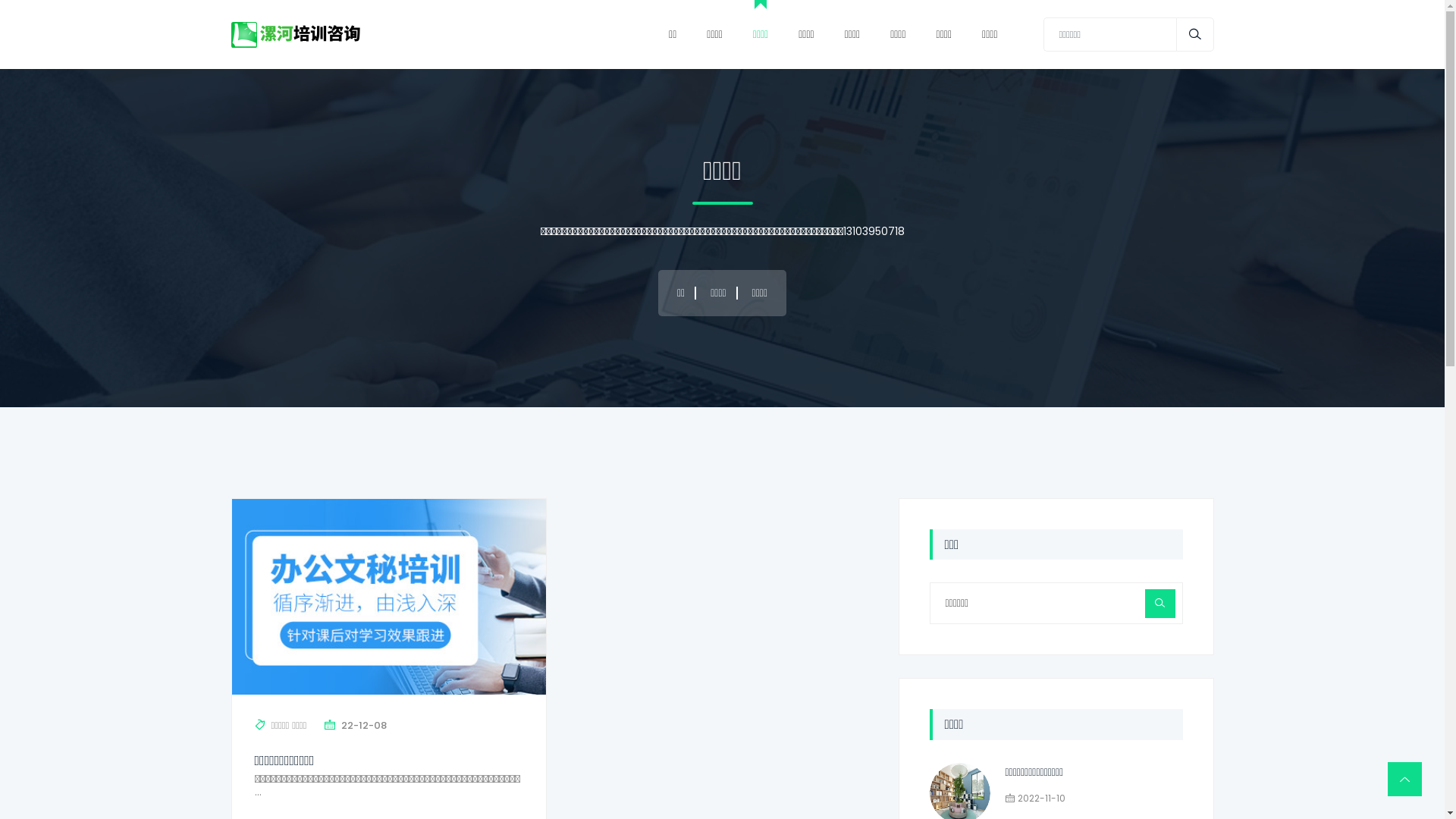 This screenshot has height=819, width=1456. What do you see at coordinates (340, 724) in the screenshot?
I see `'22-12-08'` at bounding box center [340, 724].